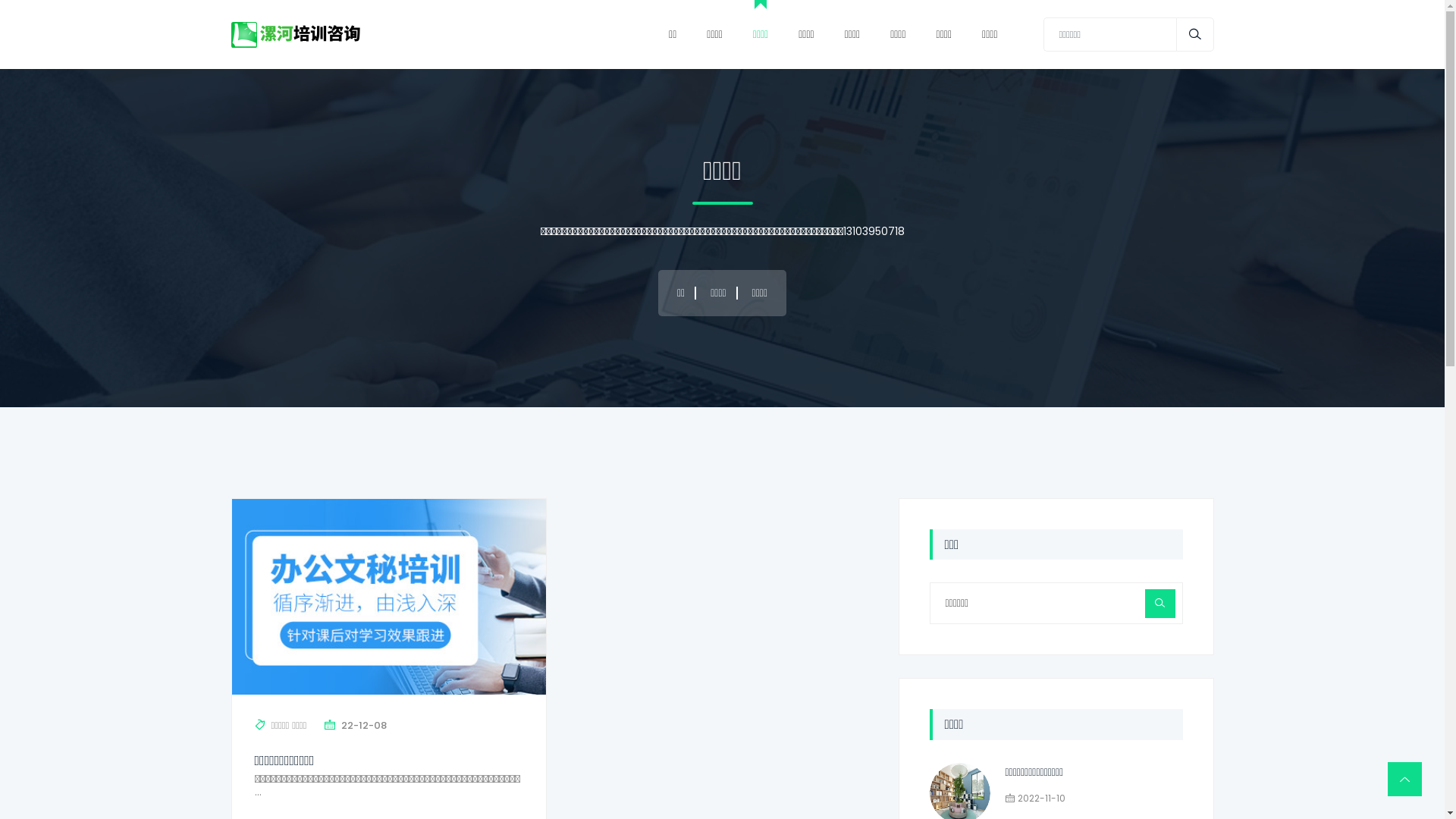 This screenshot has height=819, width=1456. What do you see at coordinates (340, 724) in the screenshot?
I see `'22-12-08'` at bounding box center [340, 724].